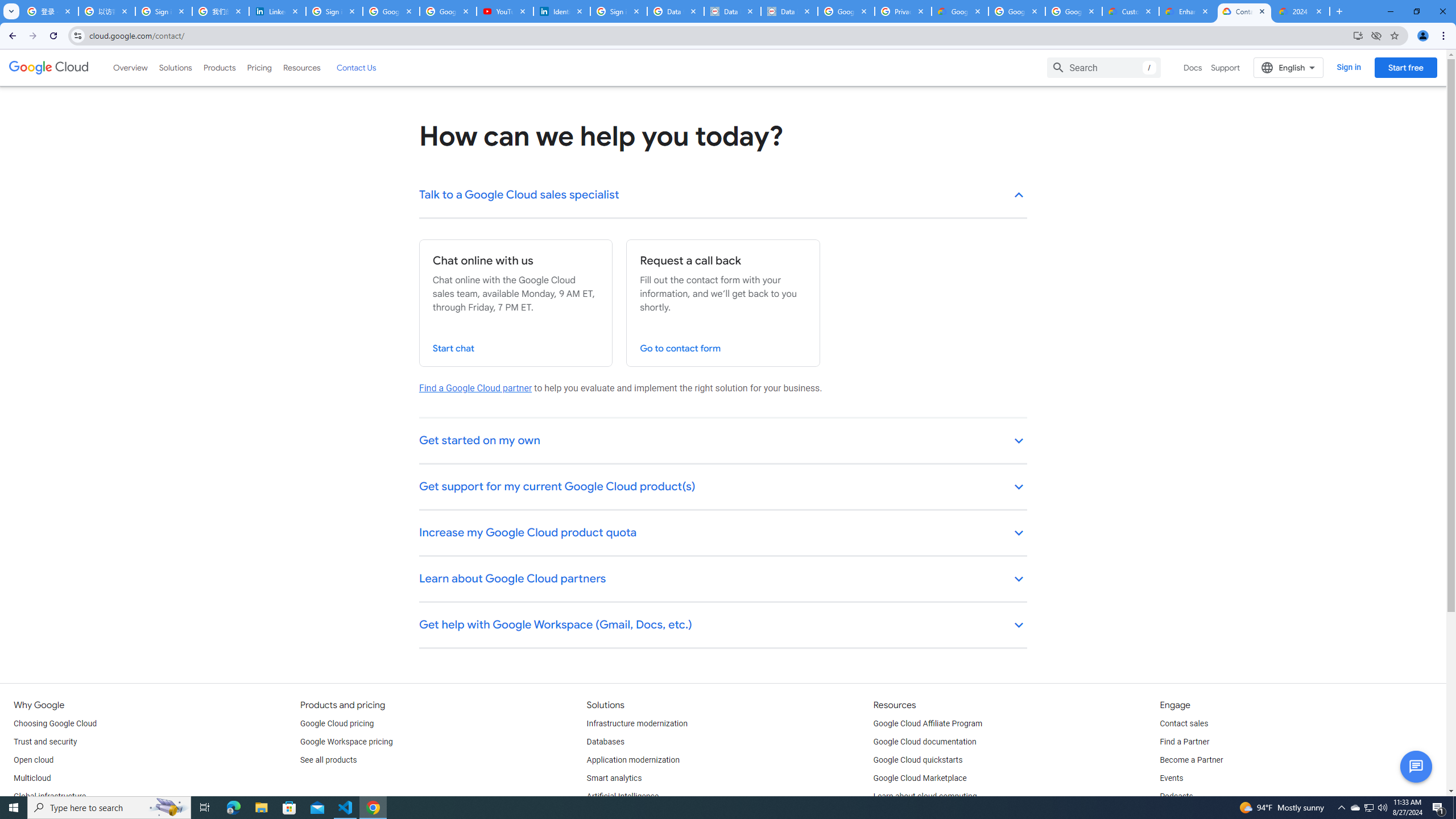 This screenshot has width=1456, height=819. What do you see at coordinates (55, 723) in the screenshot?
I see `'Choosing Google Cloud'` at bounding box center [55, 723].